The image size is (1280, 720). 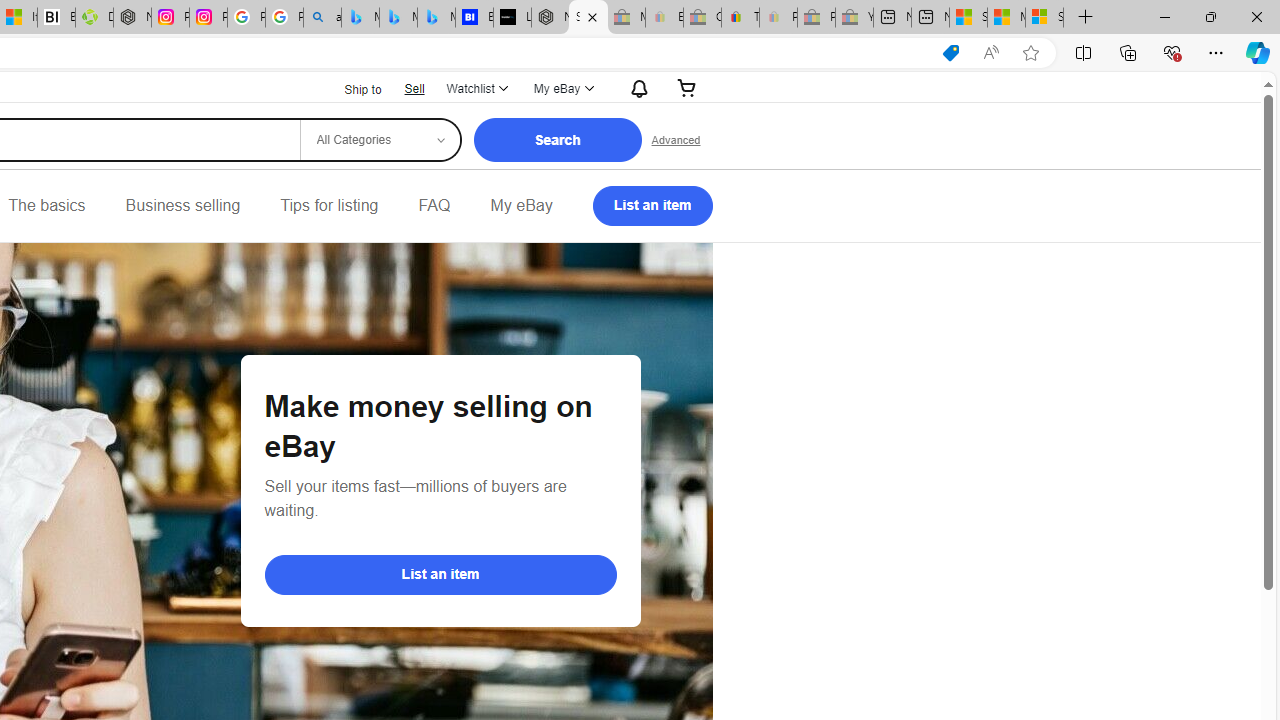 I want to click on 'Select a category for search', so click(x=379, y=139).